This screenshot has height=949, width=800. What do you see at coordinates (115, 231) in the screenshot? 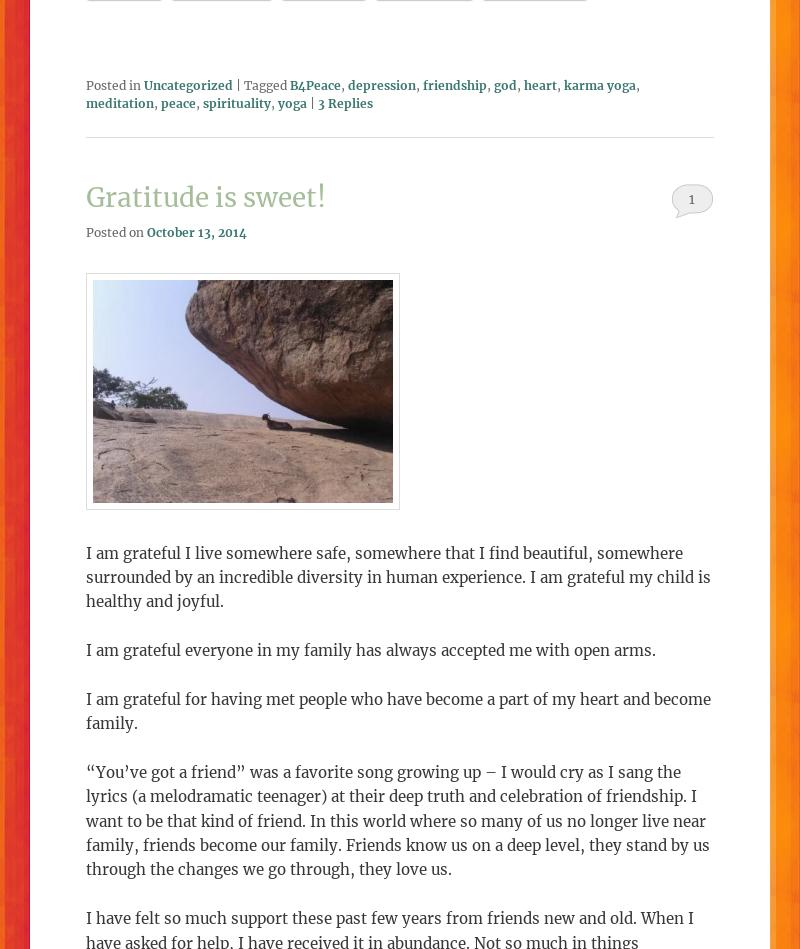
I see `'Posted on'` at bounding box center [115, 231].